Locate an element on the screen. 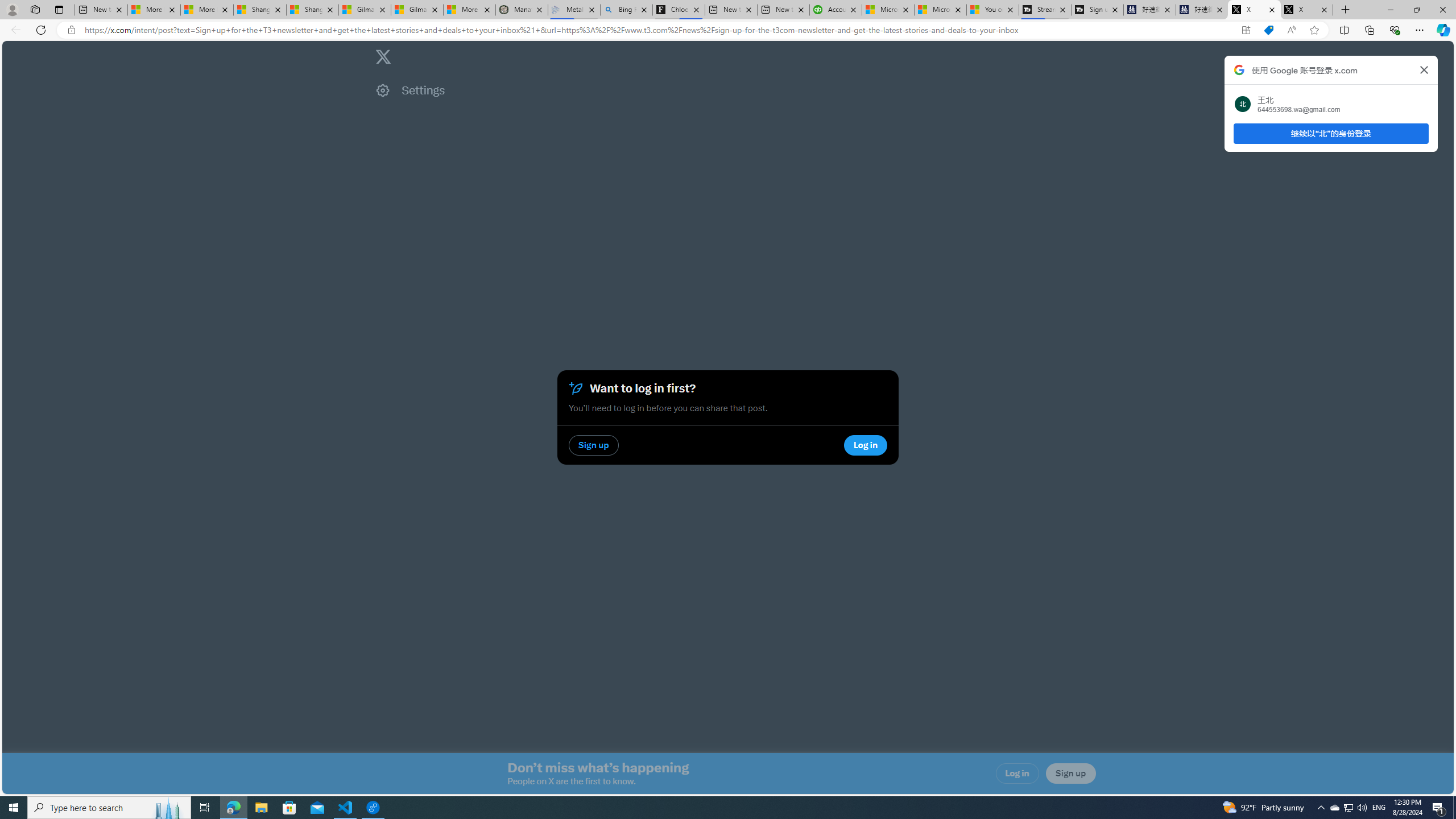 This screenshot has width=1456, height=819. 'App available. Install X' is located at coordinates (1246, 30).